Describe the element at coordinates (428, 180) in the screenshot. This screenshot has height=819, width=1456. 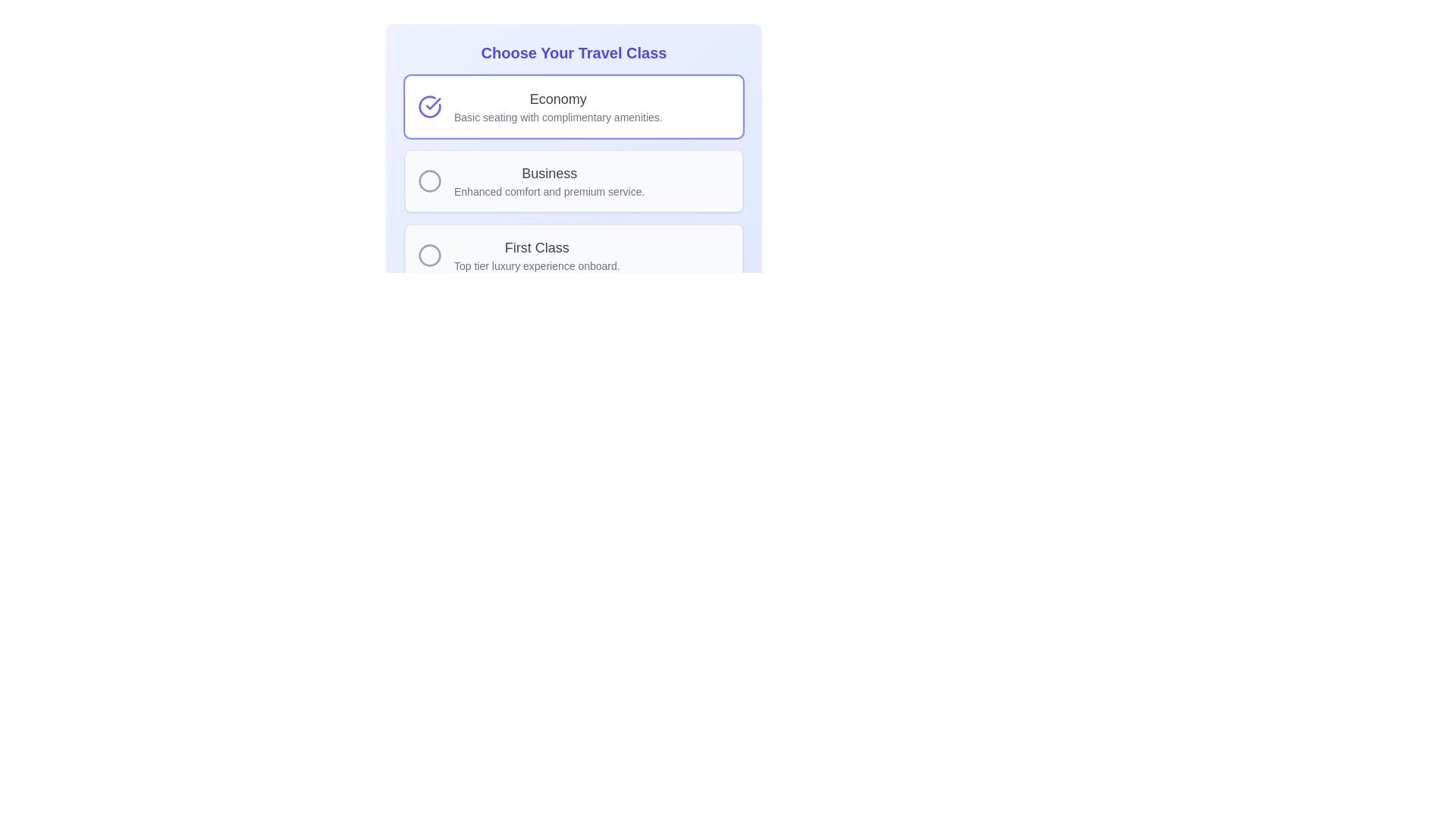
I see `the radio button for the 'Business' class option, located on the left side of the descriptive text 'Enhanced comfort and premium service' under the 'Choose Your Travel Class' heading` at that location.